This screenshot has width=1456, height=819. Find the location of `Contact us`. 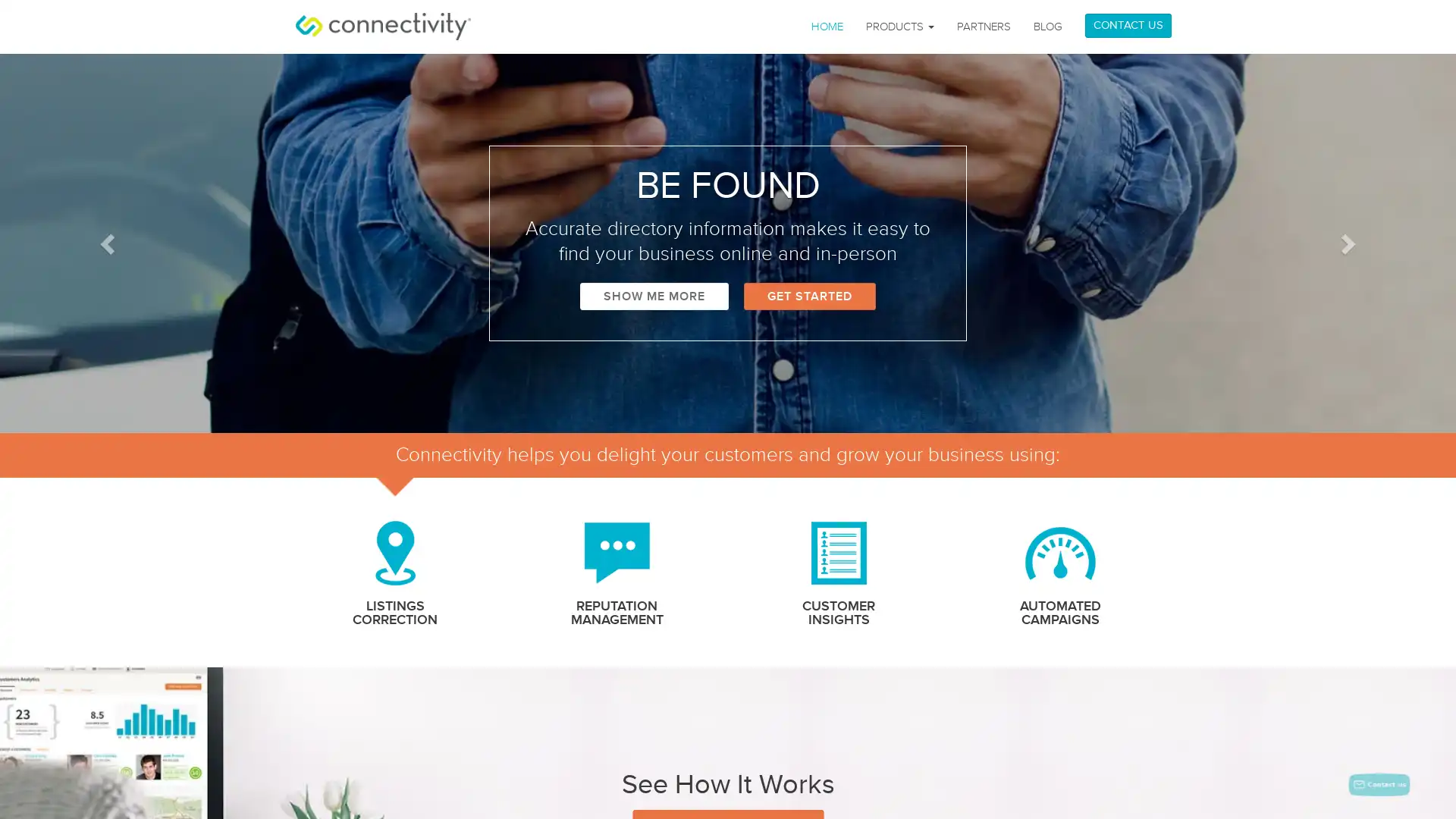

Contact us is located at coordinates (1379, 784).